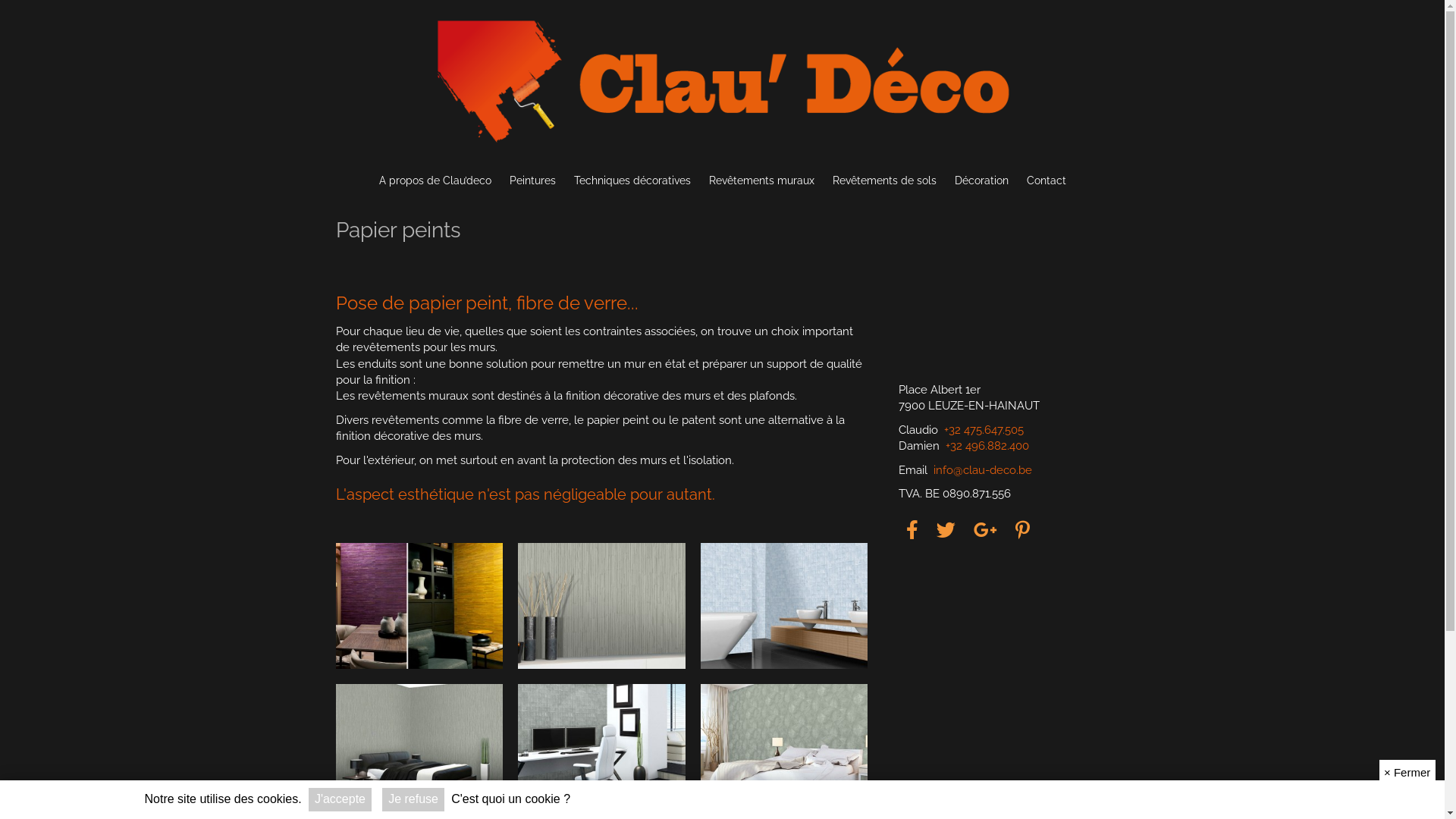 The height and width of the screenshot is (819, 1456). I want to click on 'J'accepte', so click(339, 799).